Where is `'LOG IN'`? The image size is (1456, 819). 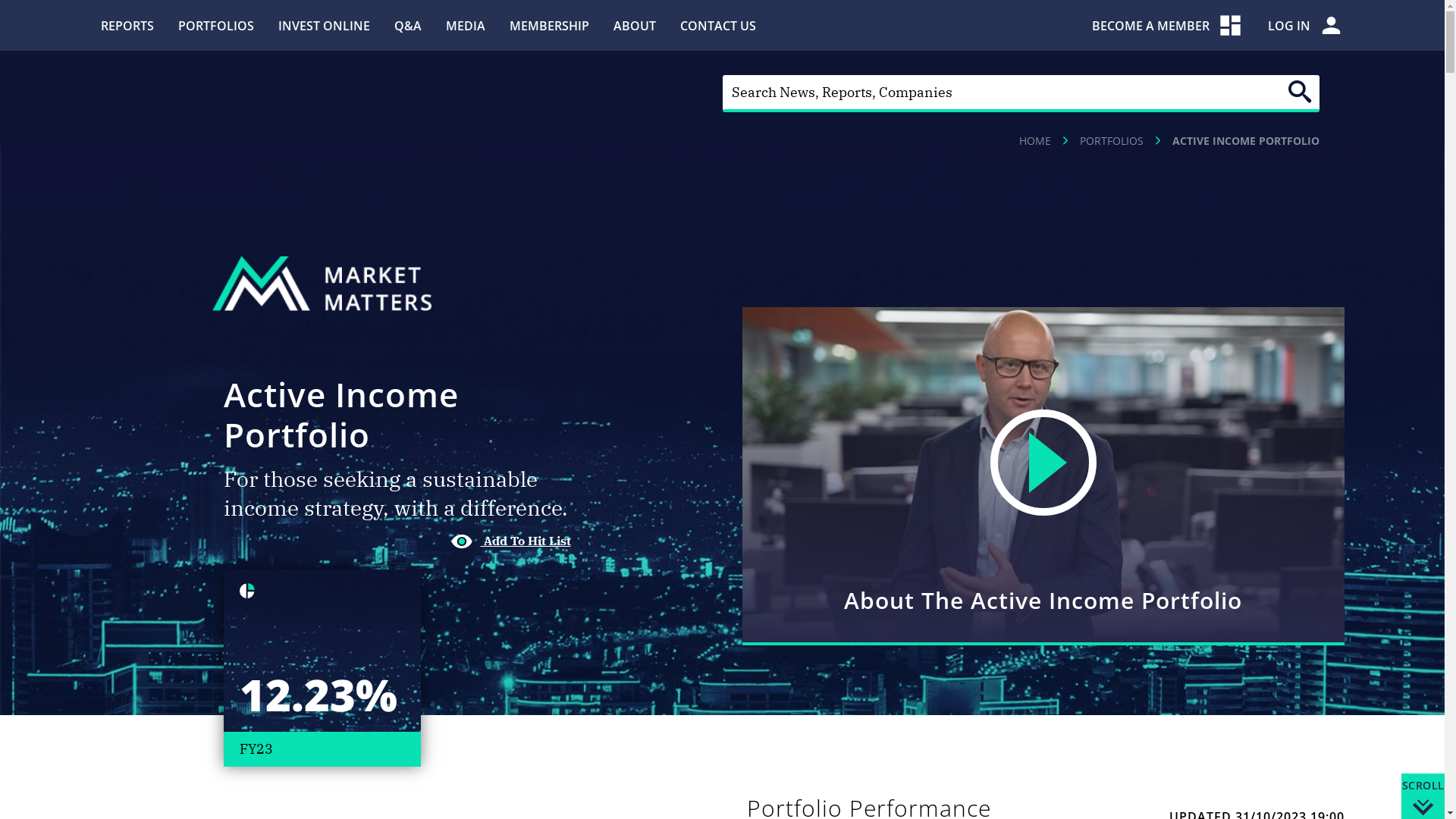
'LOG IN' is located at coordinates (1305, 25).